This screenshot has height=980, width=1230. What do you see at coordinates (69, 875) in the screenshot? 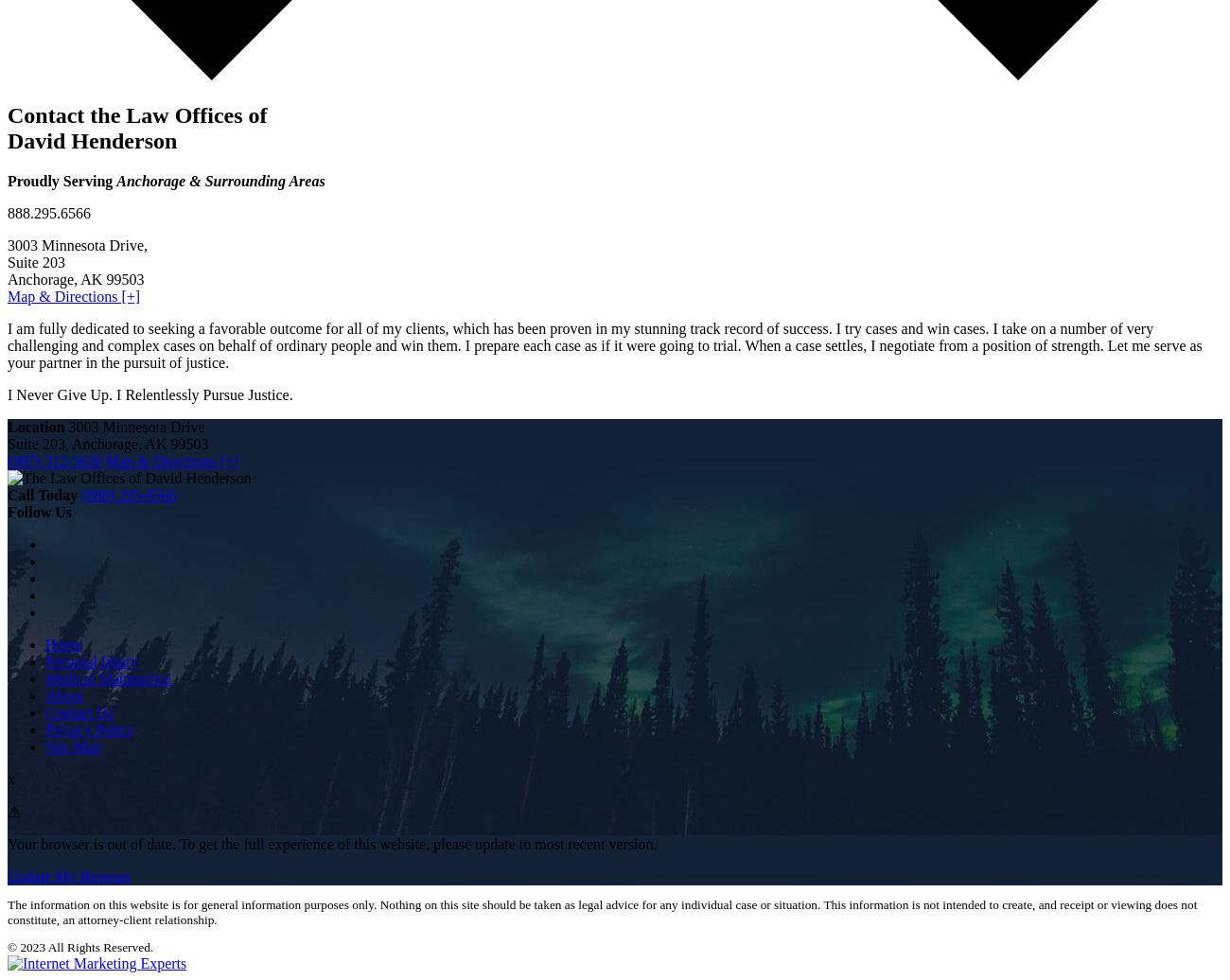
I see `'Update My Browser'` at bounding box center [69, 875].